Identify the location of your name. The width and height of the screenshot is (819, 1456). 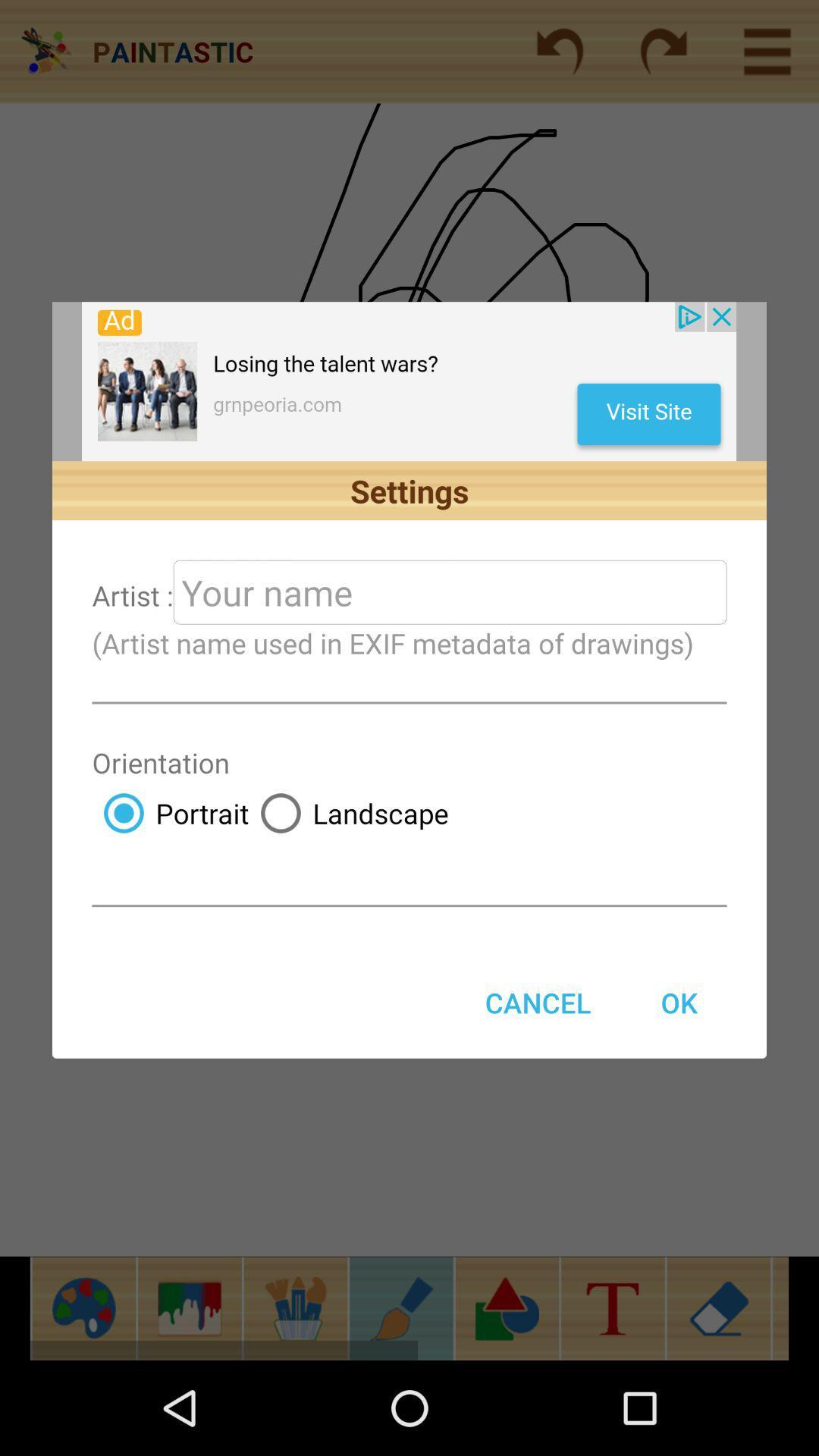
(449, 591).